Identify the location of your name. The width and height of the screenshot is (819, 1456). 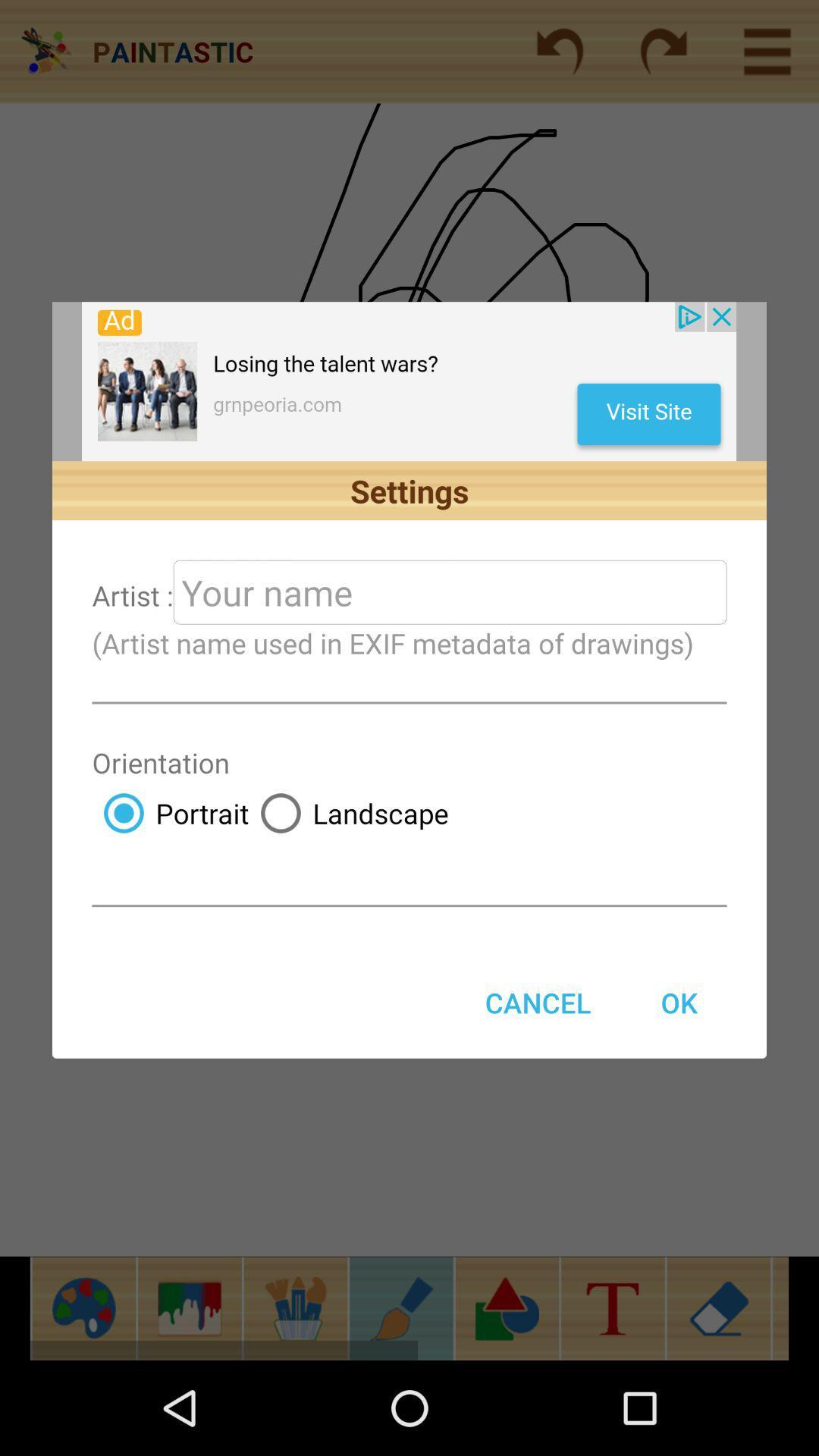
(449, 591).